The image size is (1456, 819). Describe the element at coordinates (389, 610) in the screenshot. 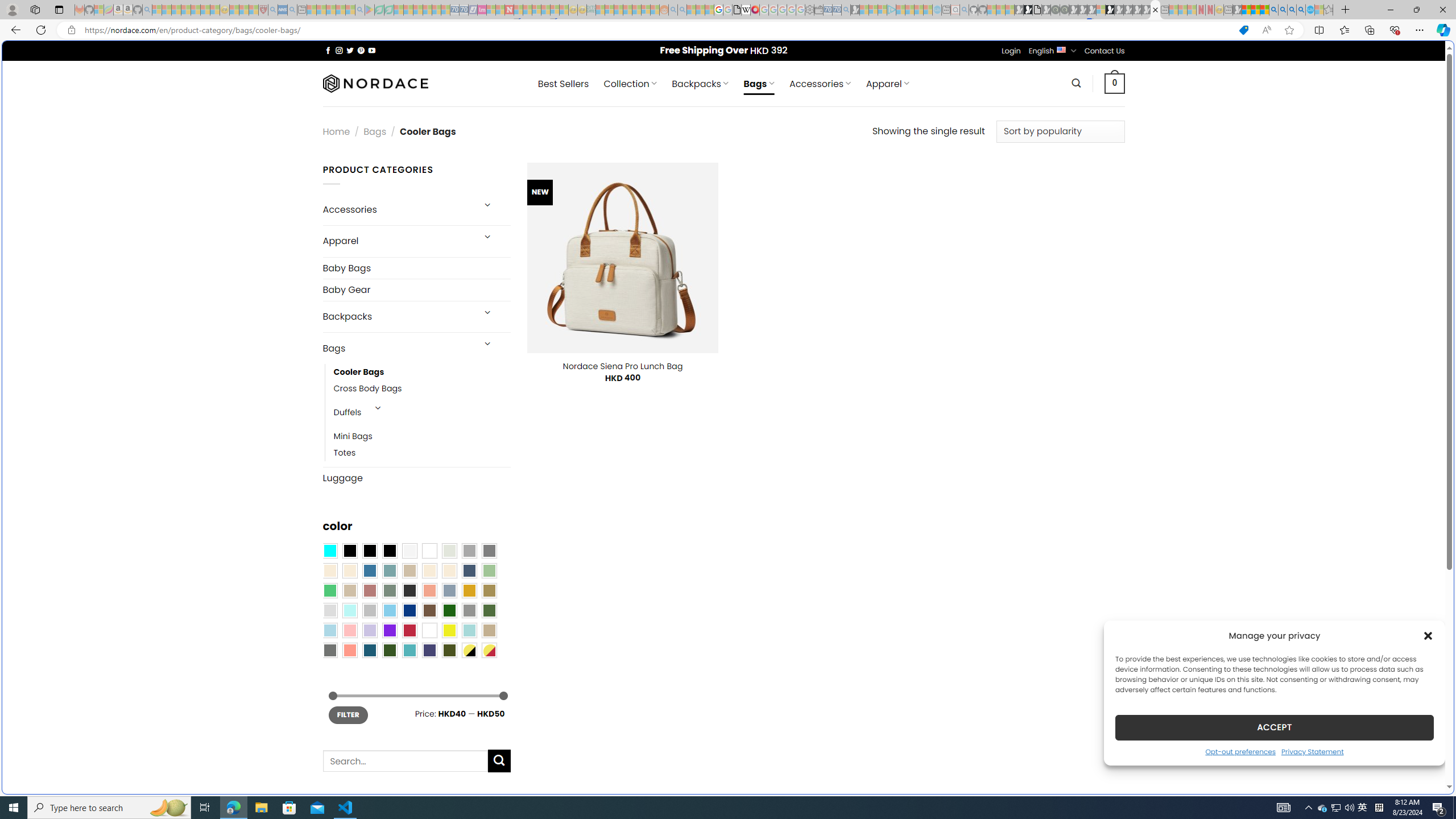

I see `'Sky Blue'` at that location.